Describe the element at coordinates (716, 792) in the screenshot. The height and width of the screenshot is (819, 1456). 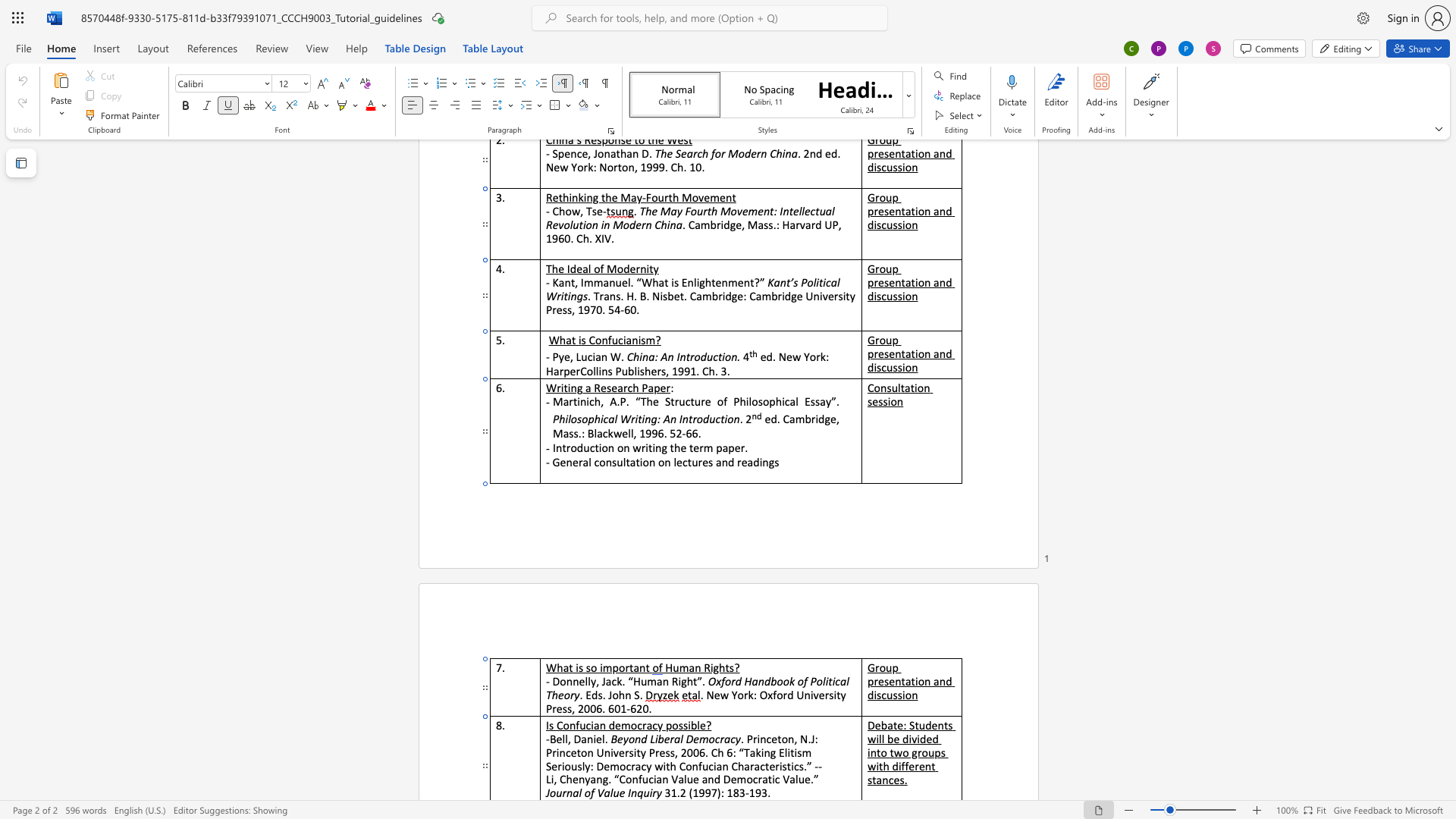
I see `the space between the continuous character "7" and ")" in the text` at that location.